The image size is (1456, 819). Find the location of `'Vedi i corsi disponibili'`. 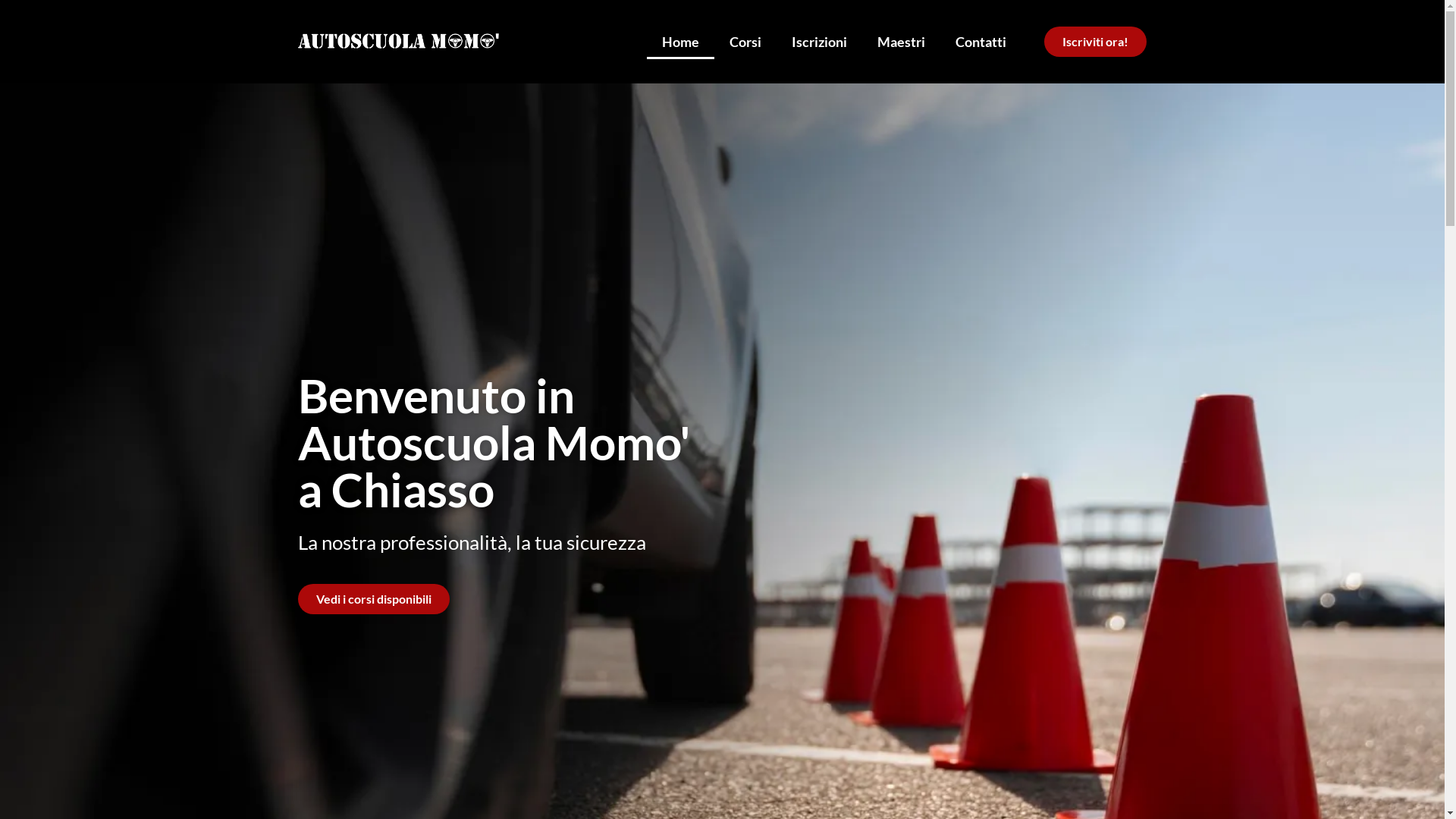

'Vedi i corsi disponibili' is located at coordinates (372, 598).